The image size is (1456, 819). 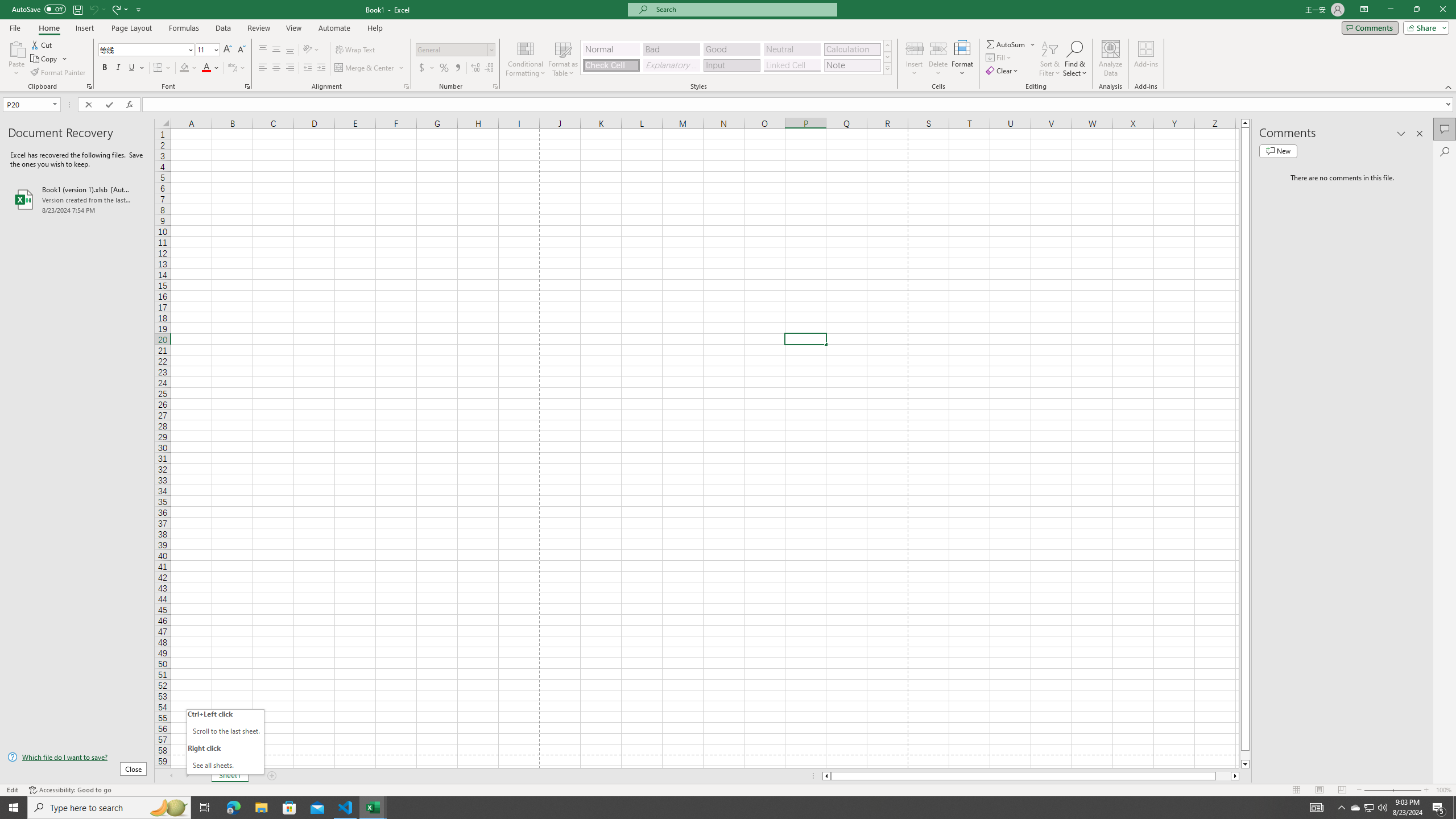 I want to click on 'Comma Style', so click(x=457, y=67).